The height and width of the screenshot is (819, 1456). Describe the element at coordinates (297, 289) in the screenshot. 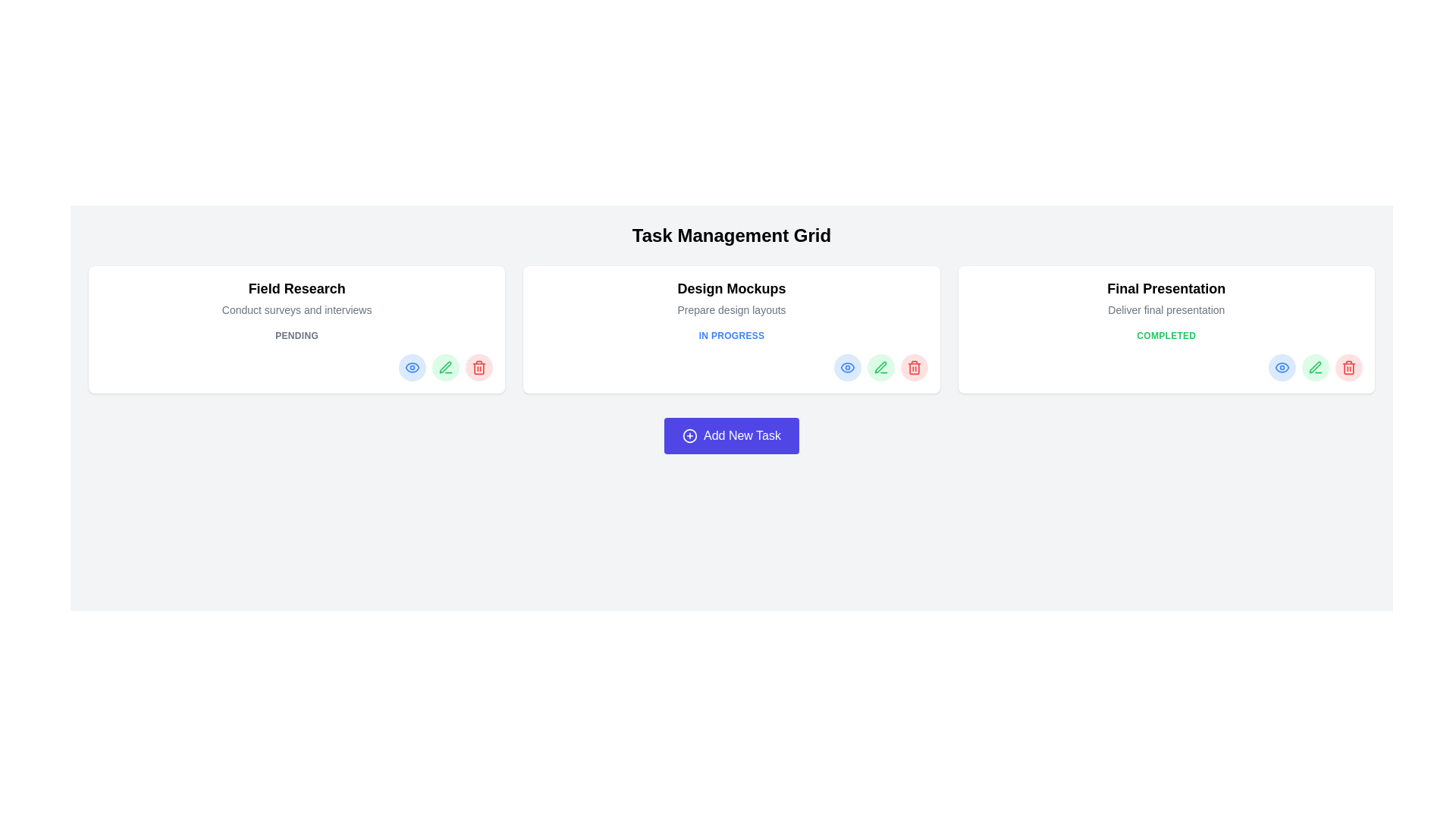

I see `the 'Field Research' text label, which is prominently displayed in bold font at the top of the leftmost card in the task grid` at that location.